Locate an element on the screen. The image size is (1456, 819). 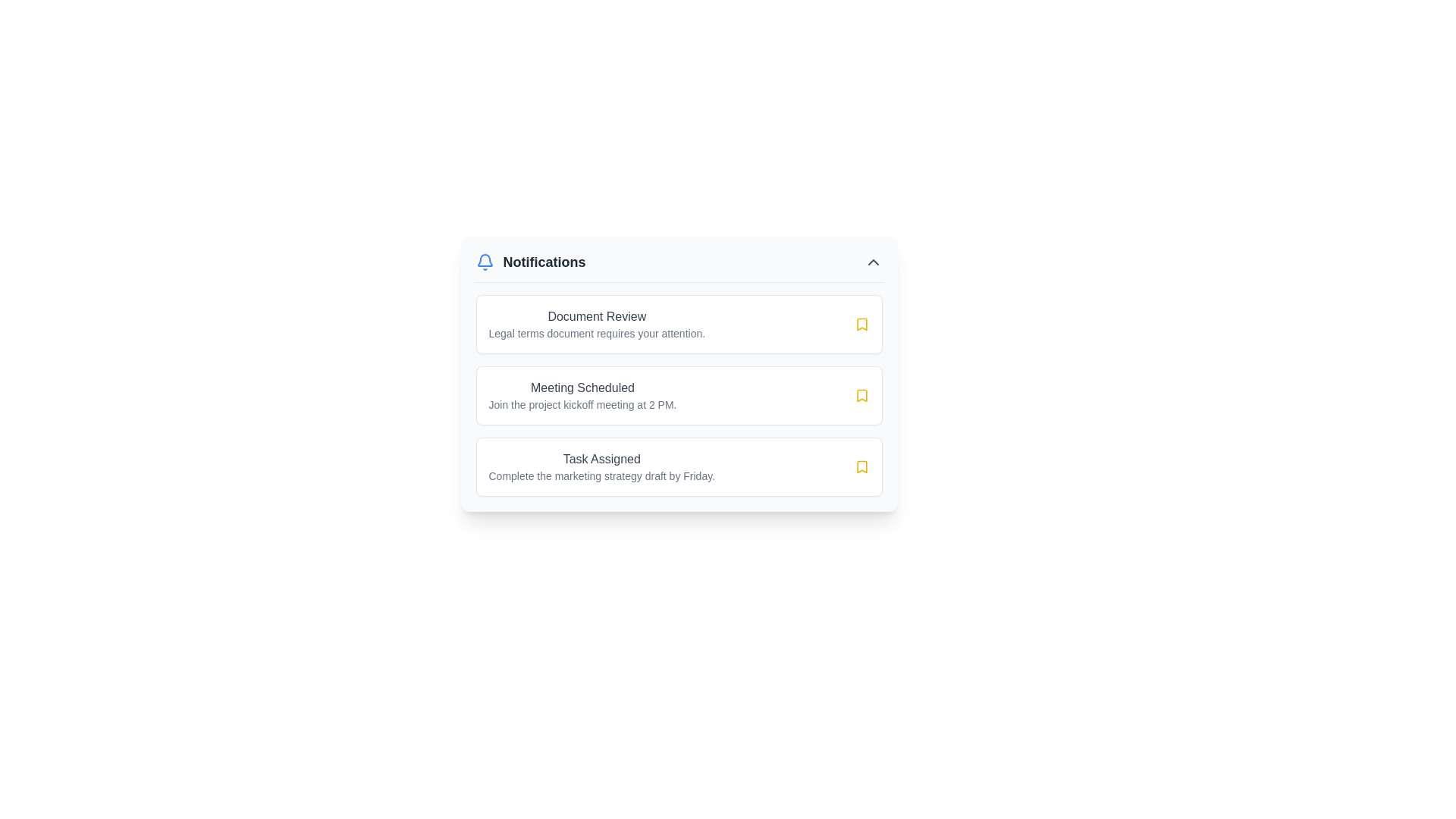
text in the second notification card under the 'Notifications' header, which is a Text block prompting users to review a specific legal terms document is located at coordinates (596, 332).